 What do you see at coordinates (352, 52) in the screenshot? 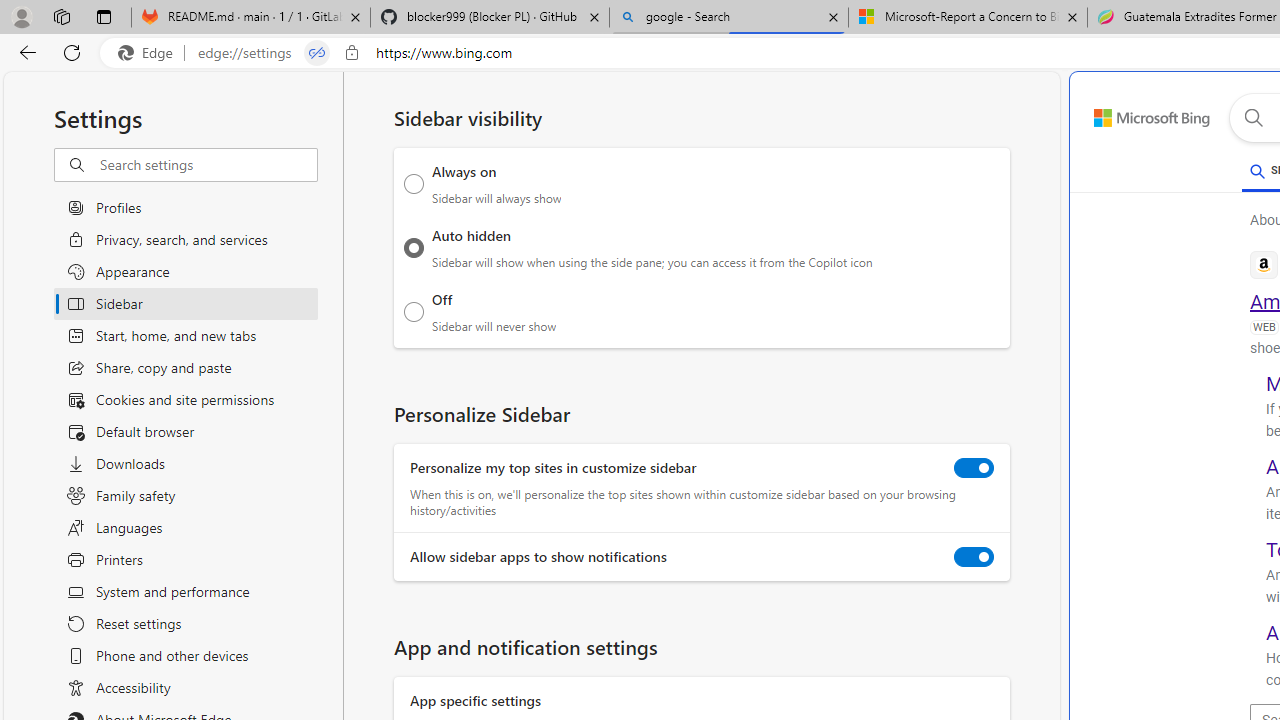
I see `'View site information'` at bounding box center [352, 52].